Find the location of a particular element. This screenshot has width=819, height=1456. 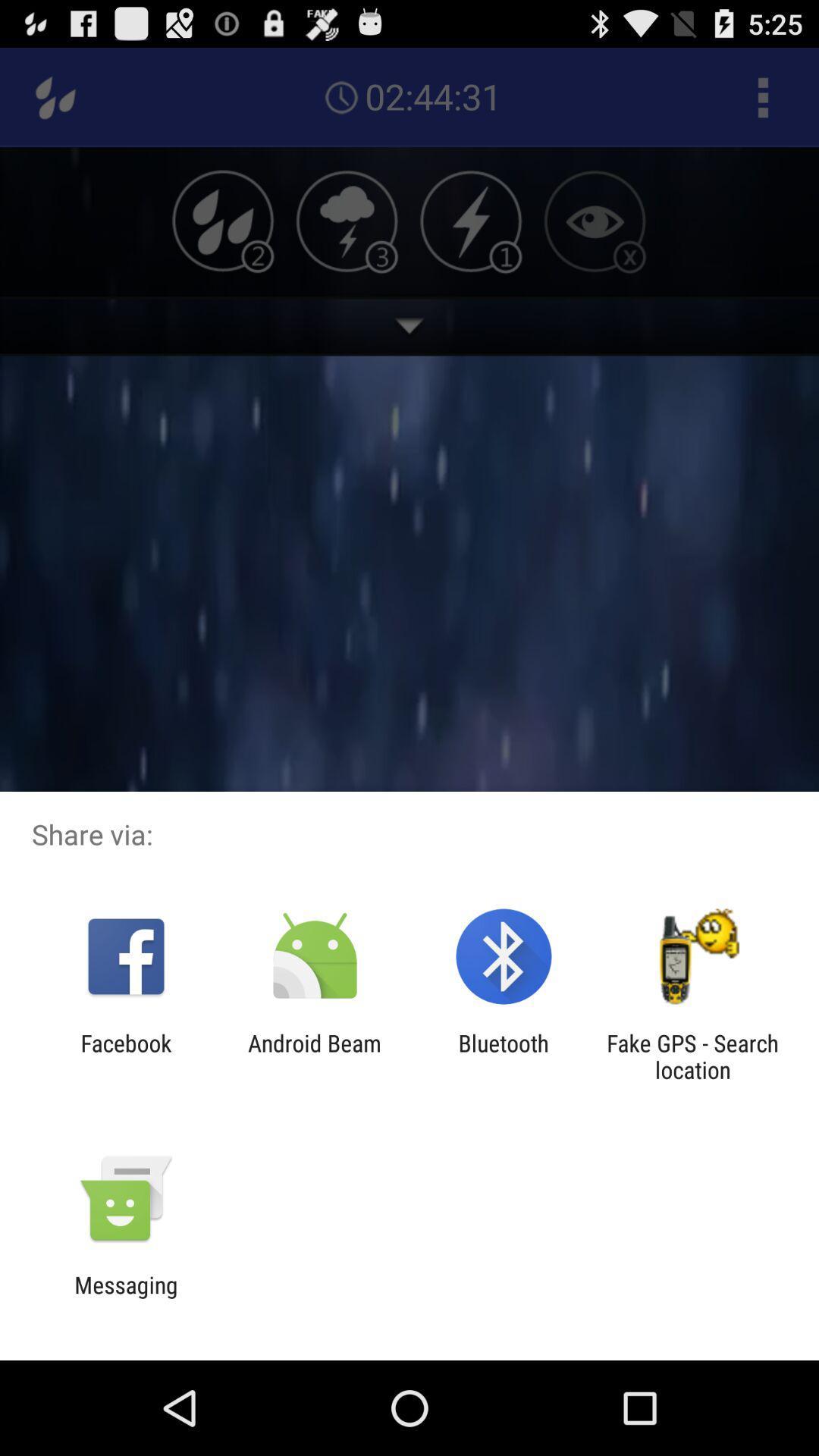

item to the left of the bluetooth app is located at coordinates (314, 1056).